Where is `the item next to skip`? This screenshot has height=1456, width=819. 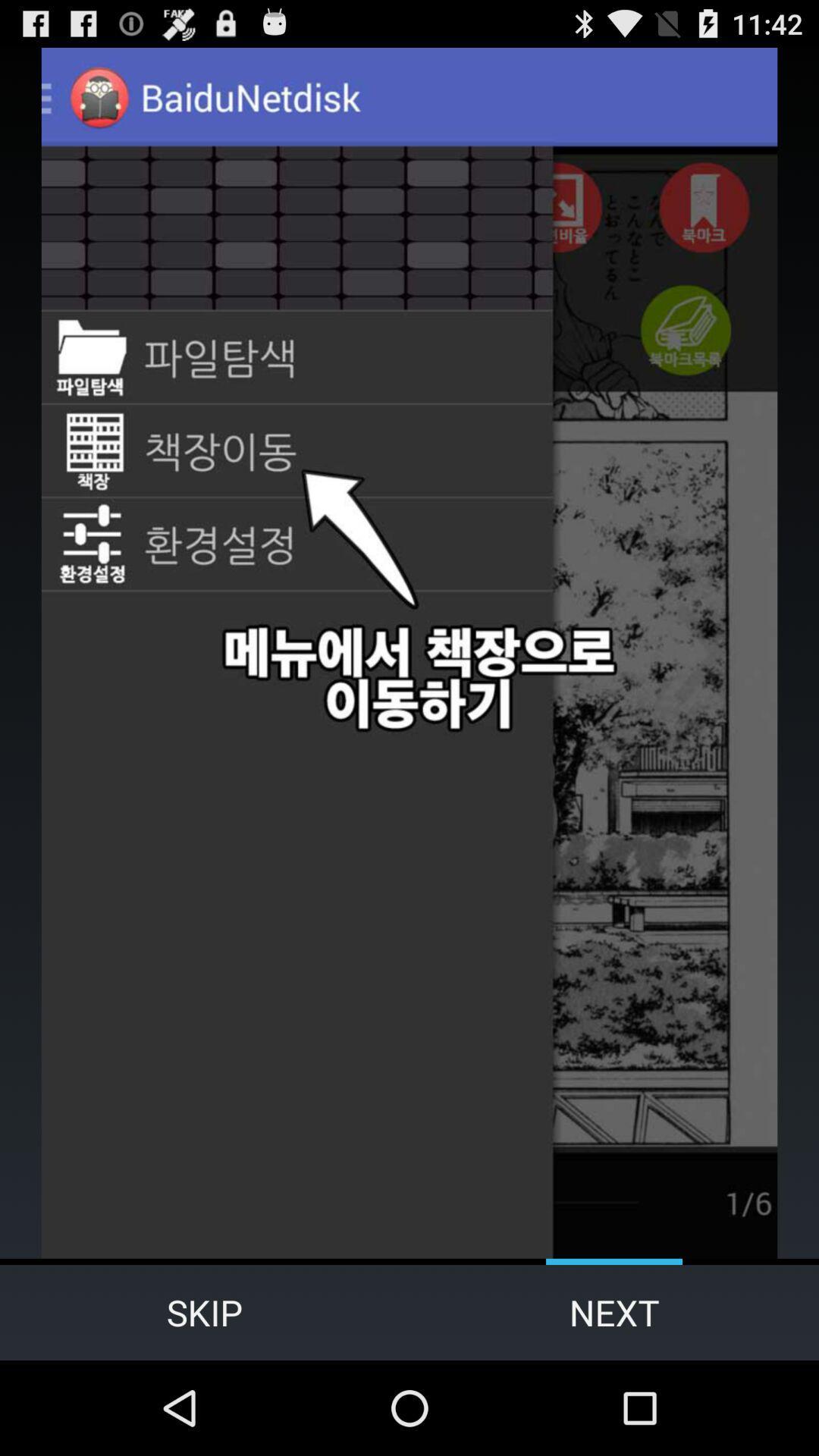
the item next to skip is located at coordinates (614, 1312).